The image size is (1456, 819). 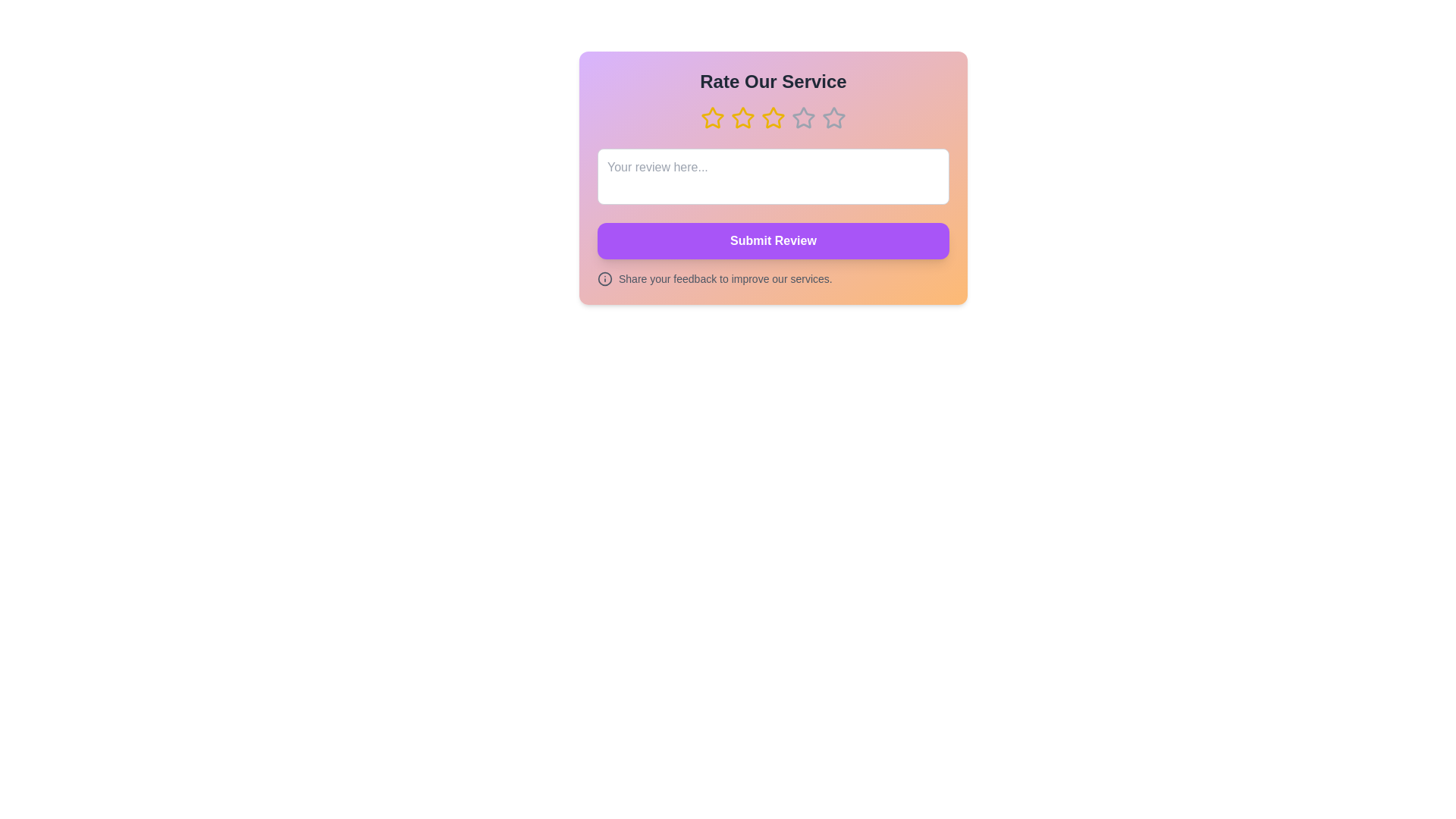 I want to click on the fourth star icon in the rating system, which is a star-shaped outline icon with a transparent center and gray border, so click(x=803, y=117).